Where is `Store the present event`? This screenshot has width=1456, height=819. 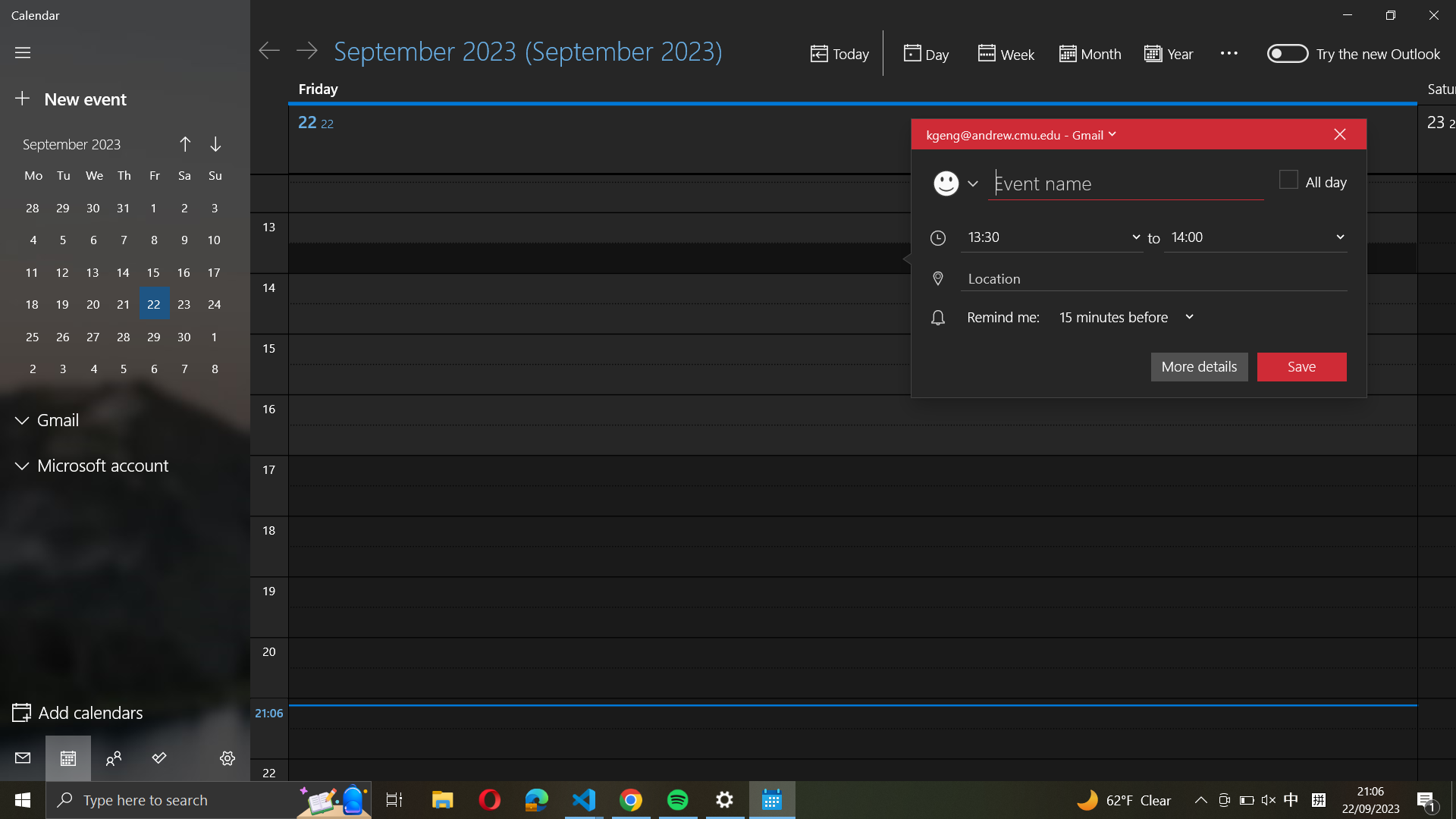
Store the present event is located at coordinates (1301, 366).